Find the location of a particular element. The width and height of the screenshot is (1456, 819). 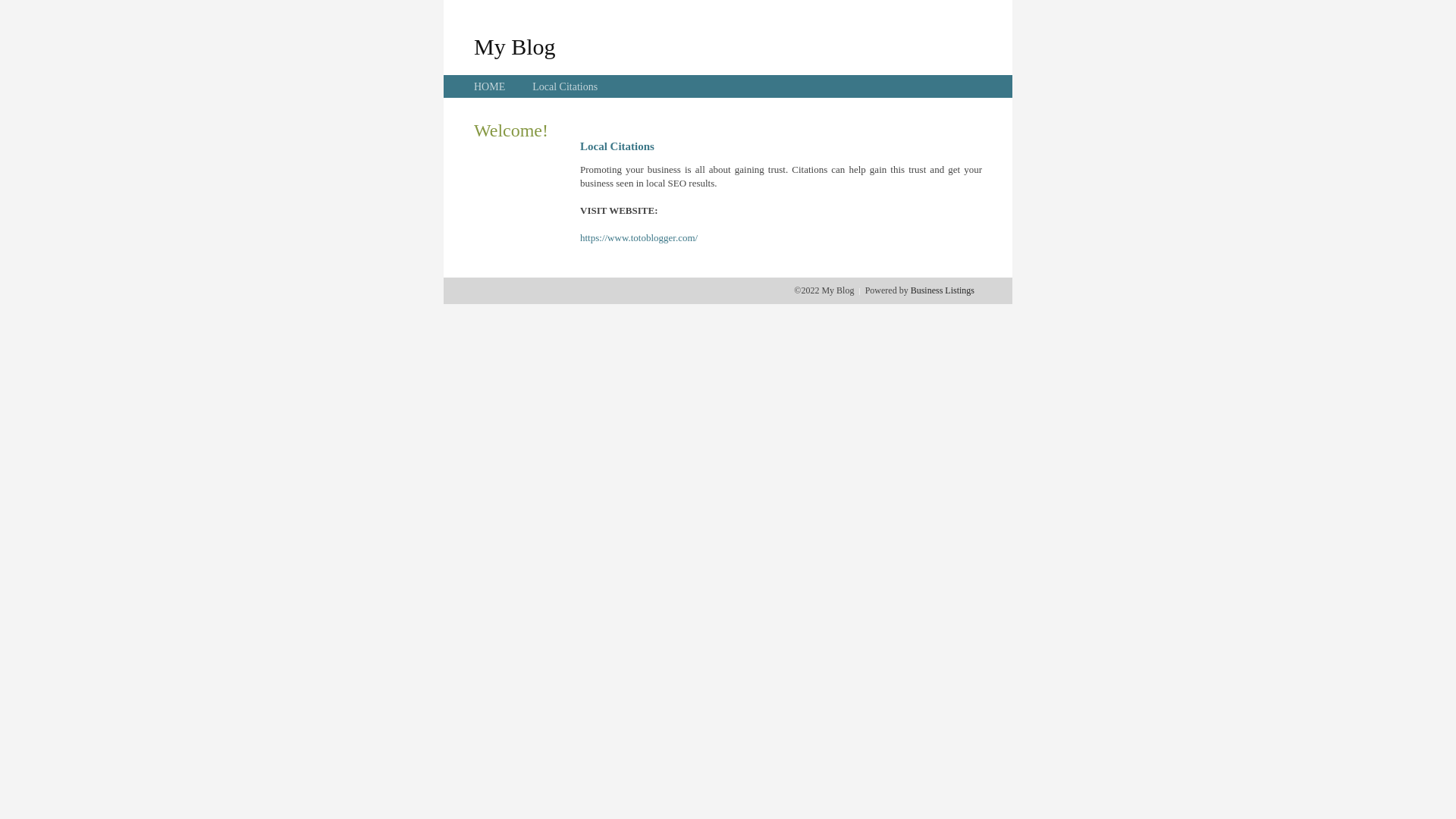

'My Blog' is located at coordinates (514, 45).